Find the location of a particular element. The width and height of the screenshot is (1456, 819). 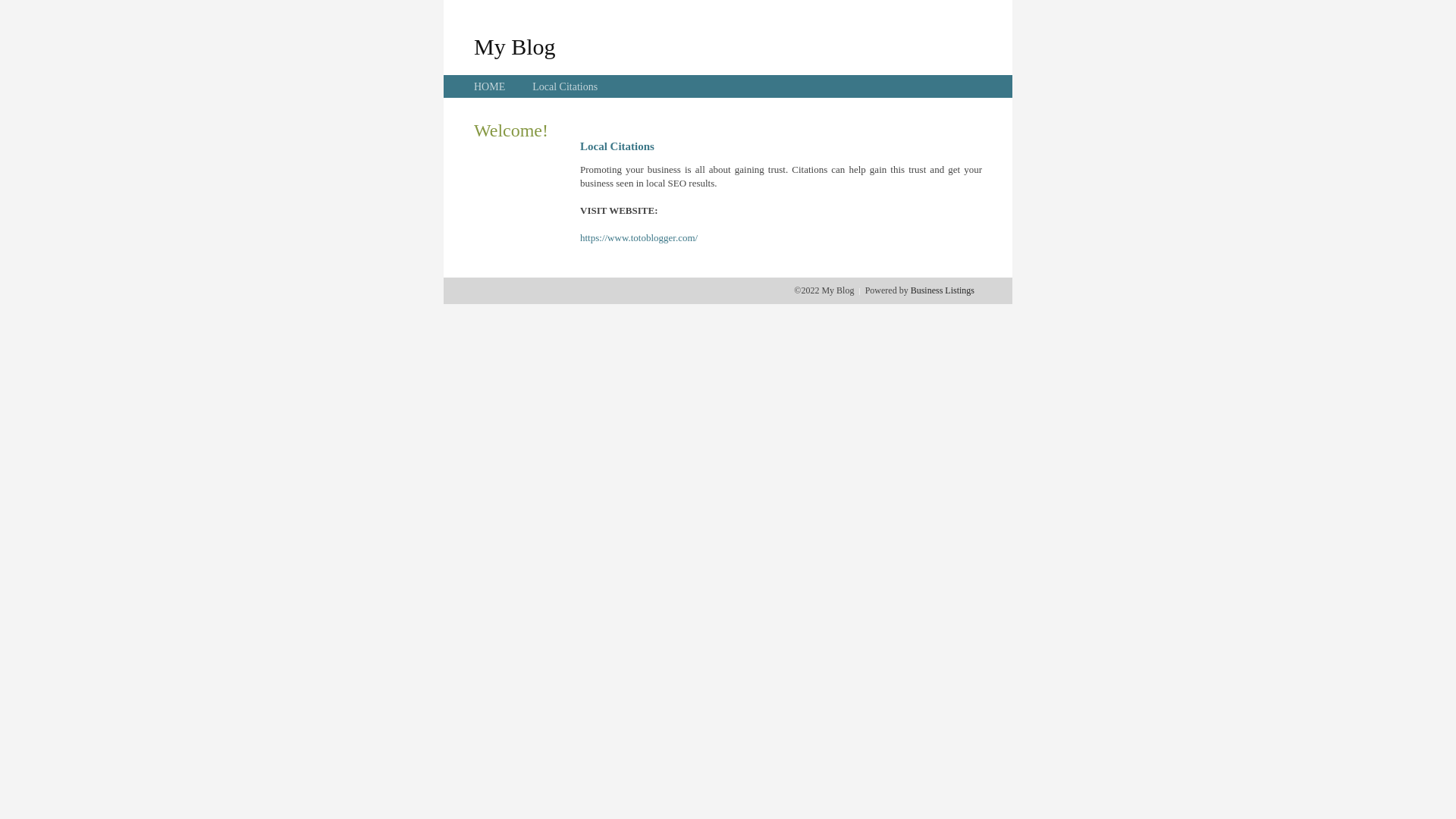

'My Blog' is located at coordinates (514, 45).